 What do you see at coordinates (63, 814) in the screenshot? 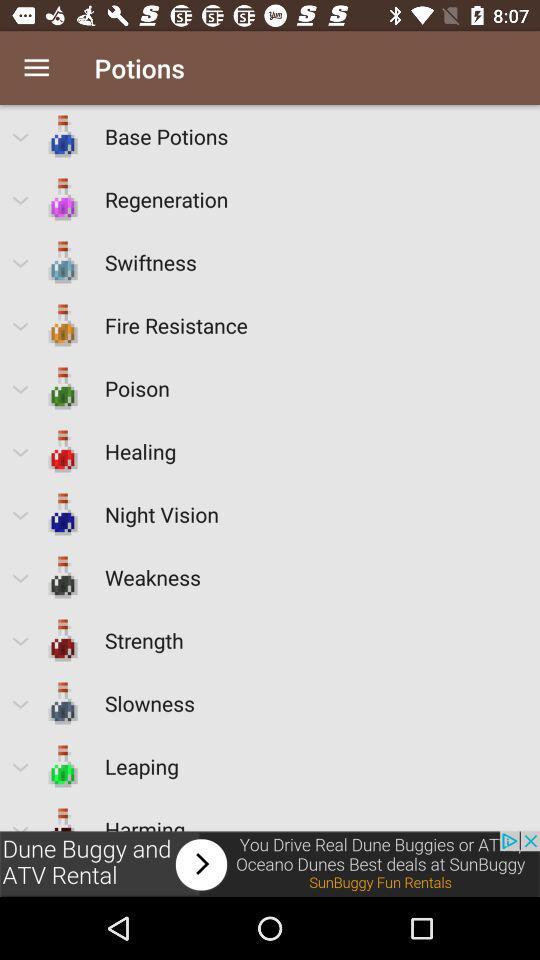
I see `the image to the left of harming text` at bounding box center [63, 814].